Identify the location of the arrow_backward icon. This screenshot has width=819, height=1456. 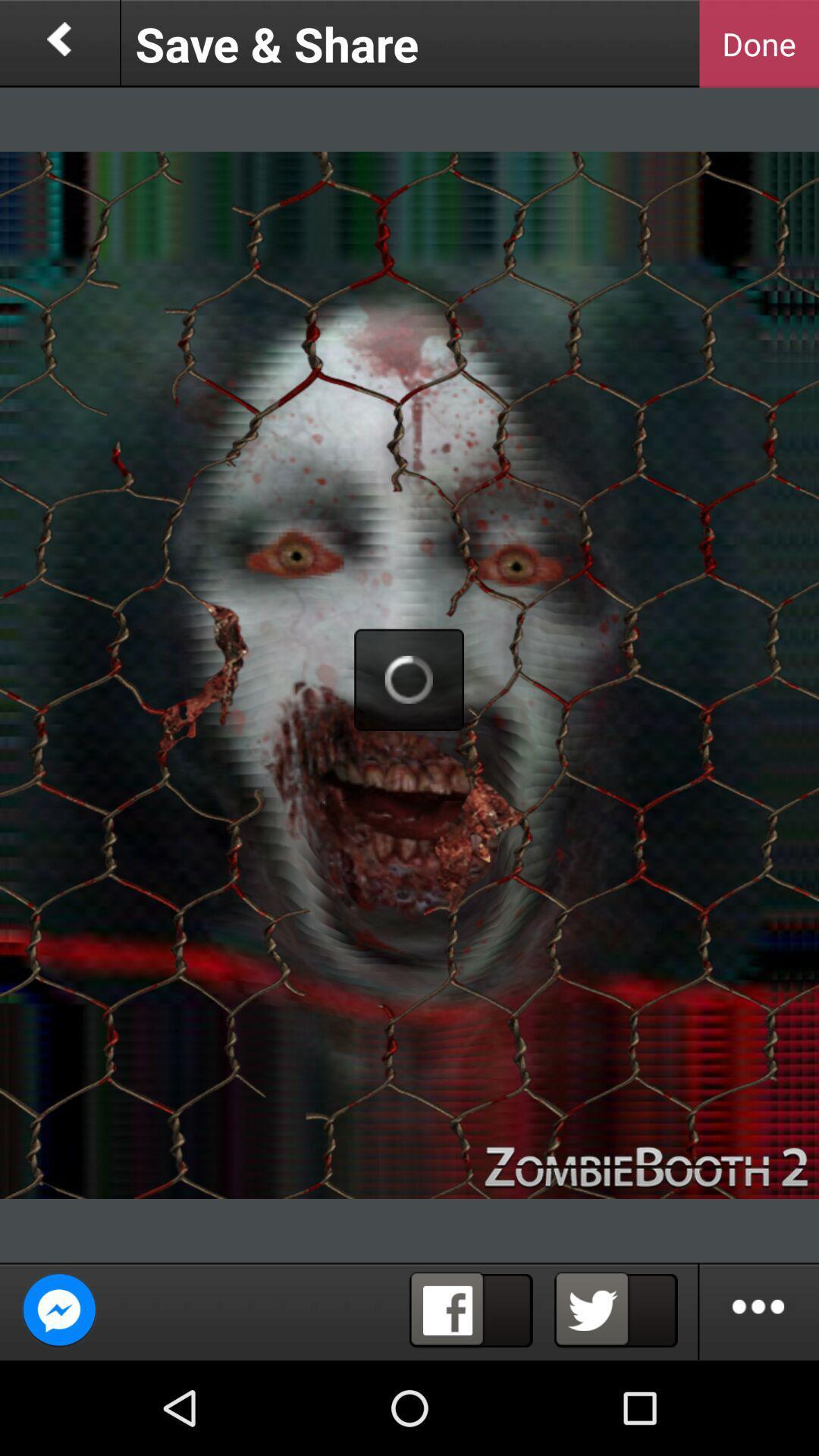
(58, 46).